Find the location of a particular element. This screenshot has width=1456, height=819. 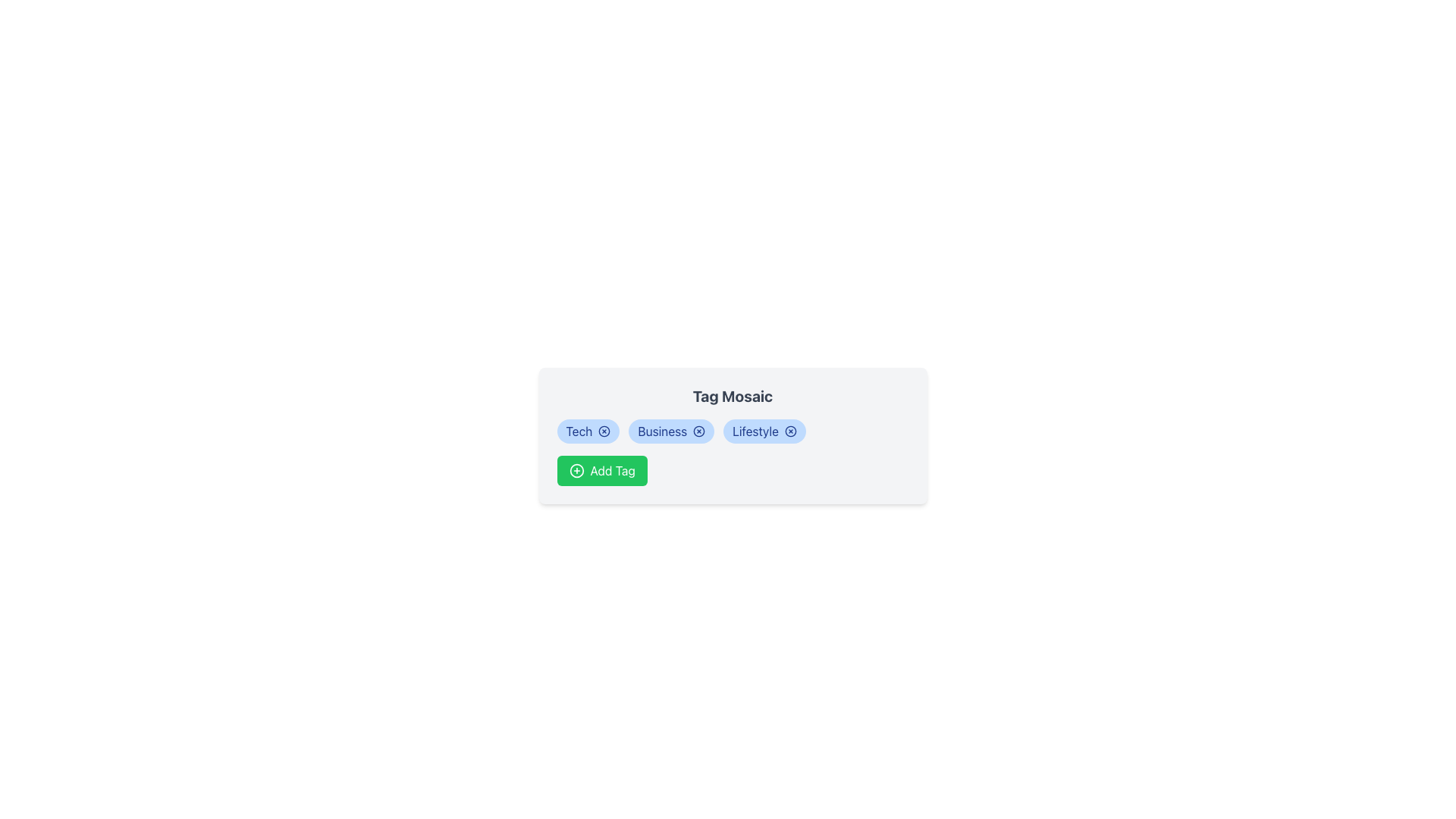

the button located at the top-right corner of the 'Lifestyle' tag is located at coordinates (789, 431).